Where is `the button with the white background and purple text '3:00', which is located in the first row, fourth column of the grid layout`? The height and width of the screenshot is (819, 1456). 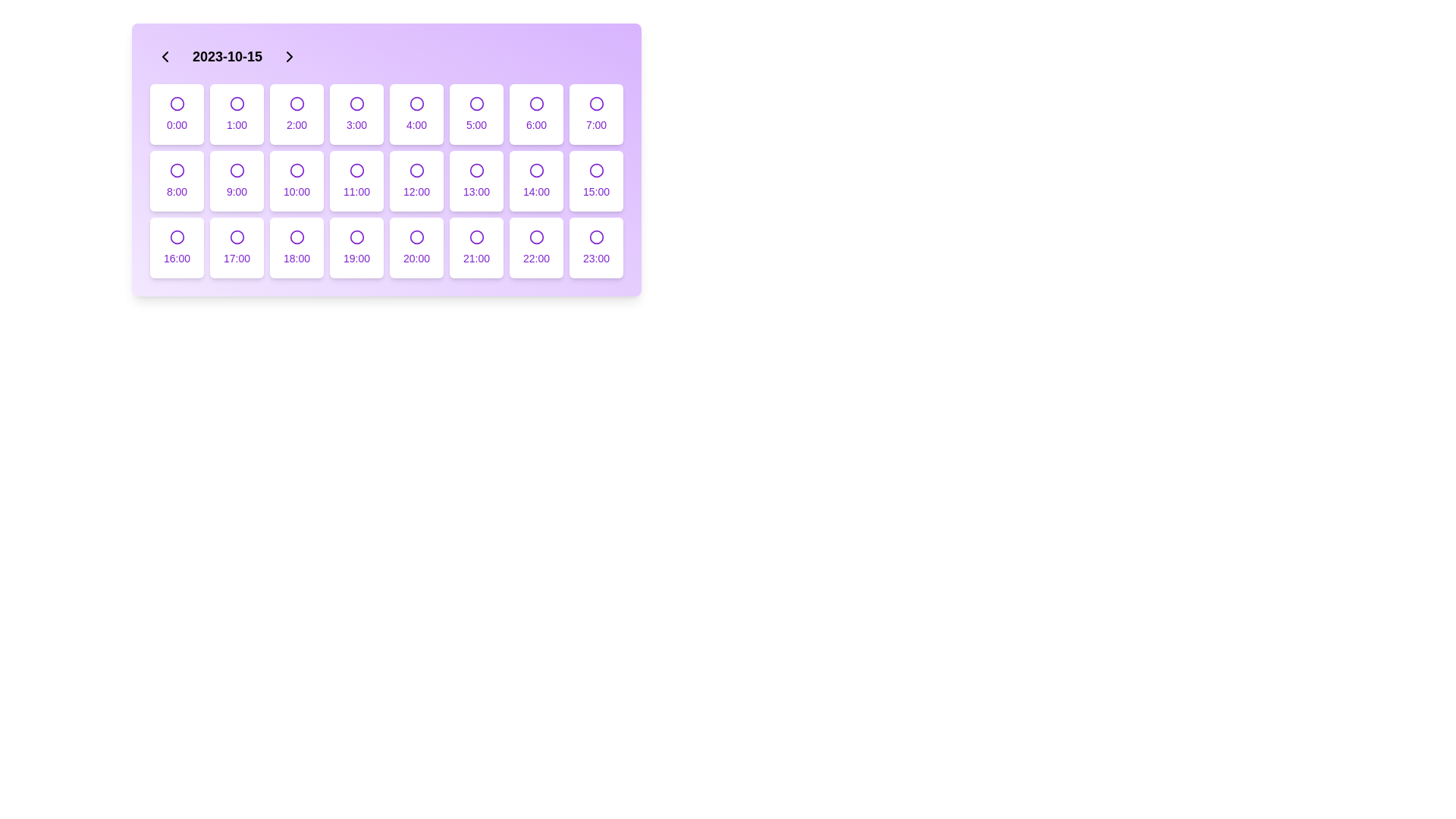
the button with the white background and purple text '3:00', which is located in the first row, fourth column of the grid layout is located at coordinates (356, 113).